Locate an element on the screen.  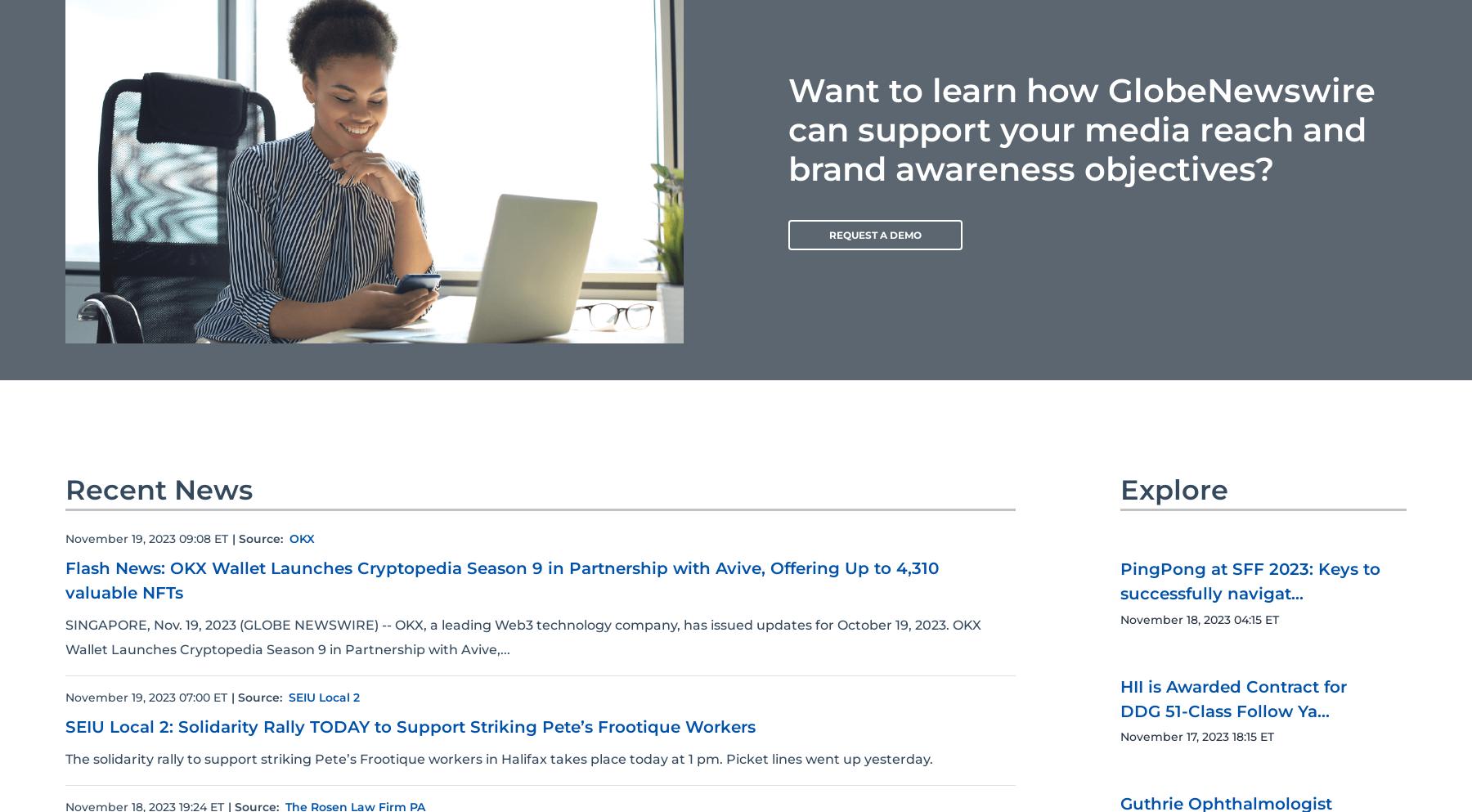
'November 19, 2023 09:08 ET' is located at coordinates (146, 538).